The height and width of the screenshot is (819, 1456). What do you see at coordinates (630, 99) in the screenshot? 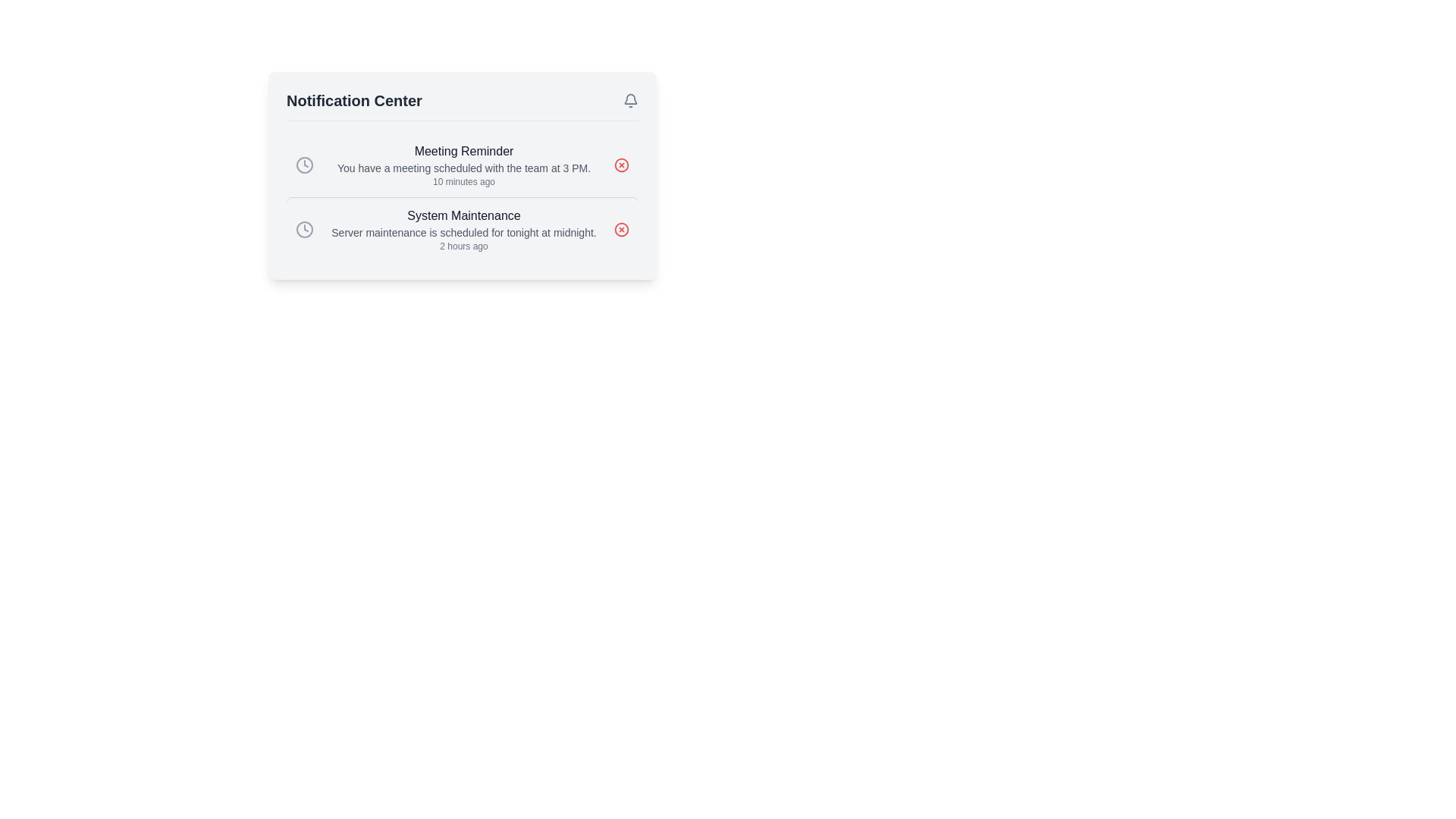
I see `the central carved-out part of the notification bell icon represented by the SVG element` at bounding box center [630, 99].